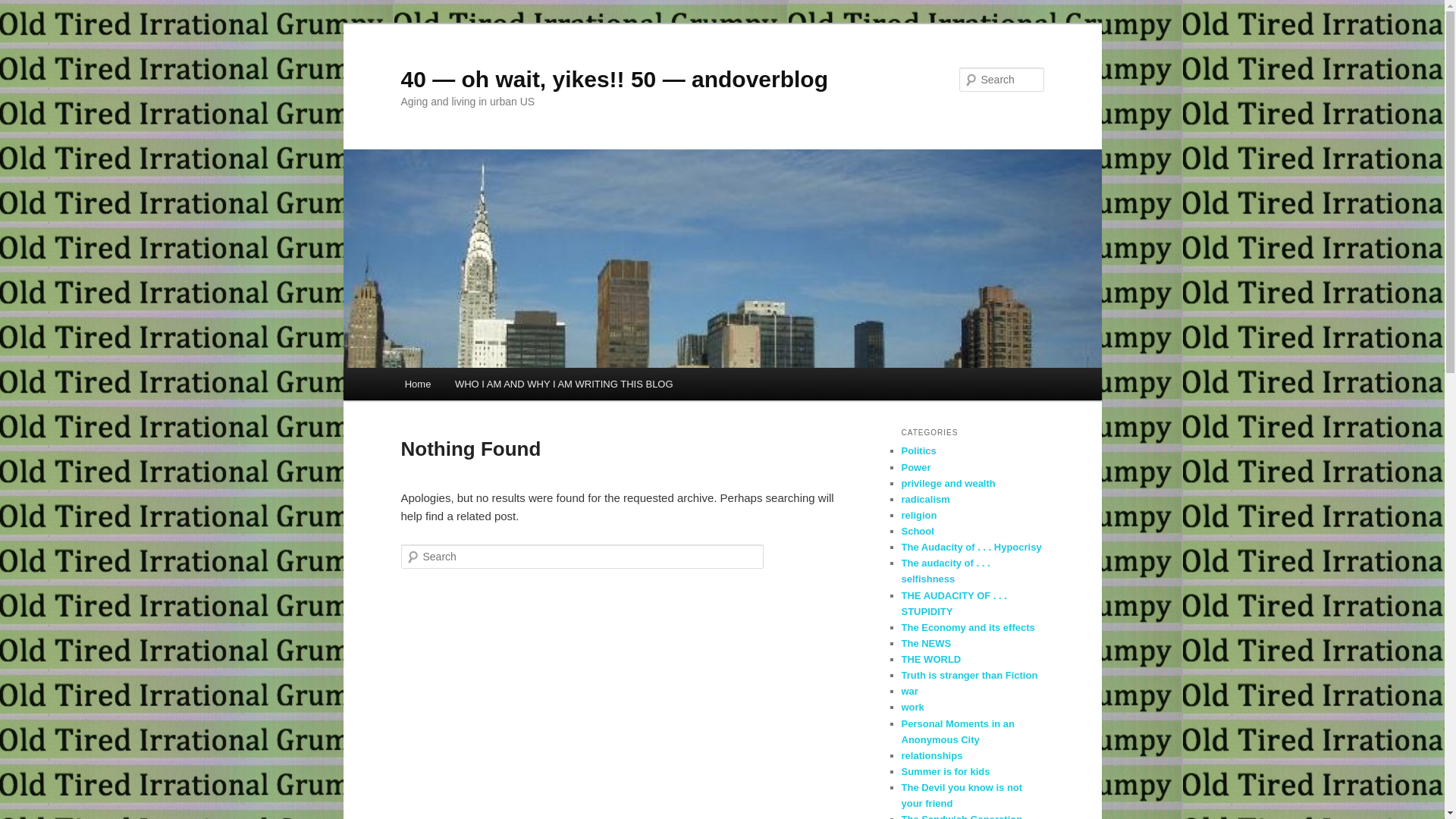 Image resolution: width=1456 pixels, height=819 pixels. Describe the element at coordinates (901, 530) in the screenshot. I see `'School'` at that location.